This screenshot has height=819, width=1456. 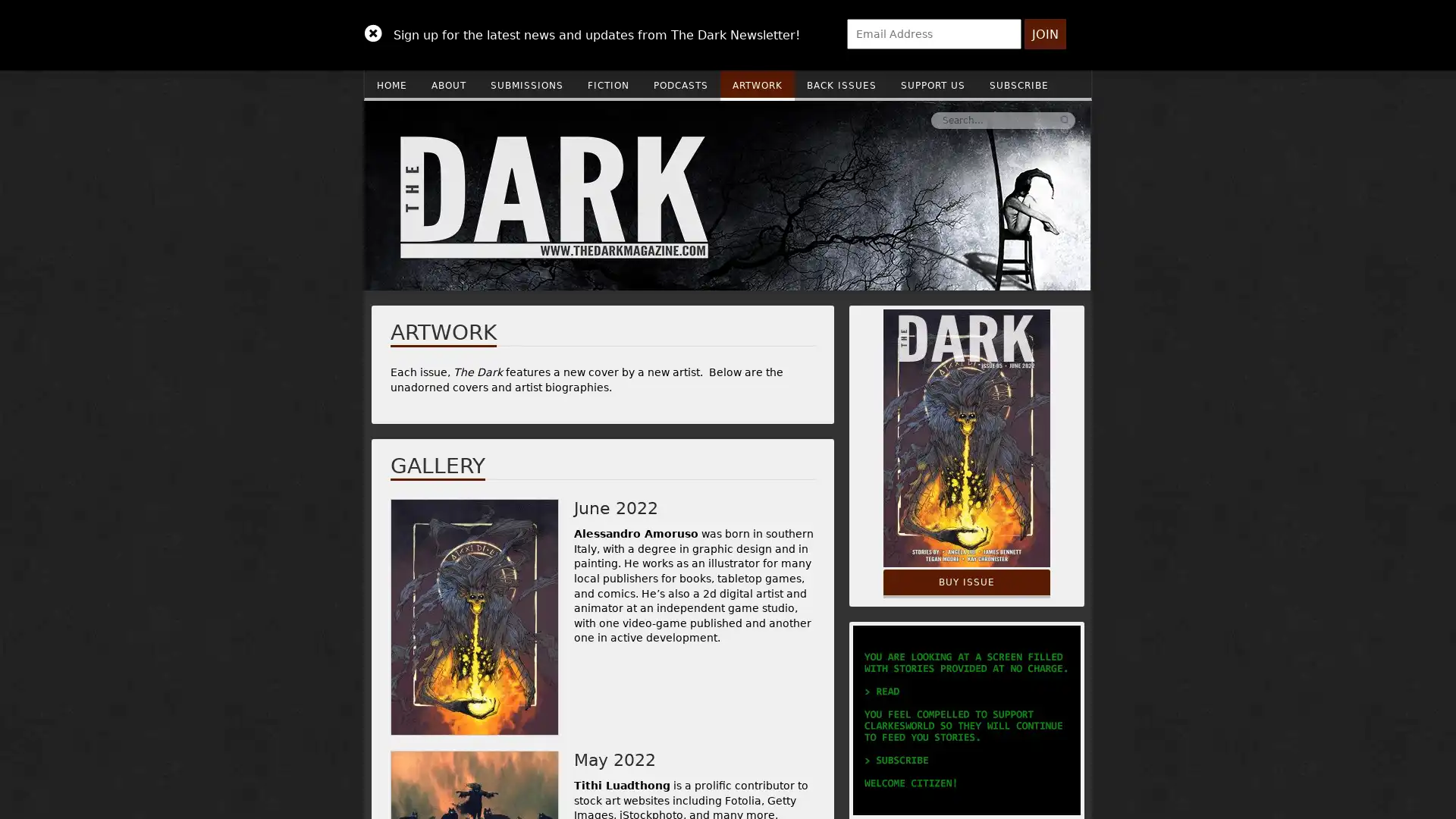 I want to click on Search, so click(x=836, y=119).